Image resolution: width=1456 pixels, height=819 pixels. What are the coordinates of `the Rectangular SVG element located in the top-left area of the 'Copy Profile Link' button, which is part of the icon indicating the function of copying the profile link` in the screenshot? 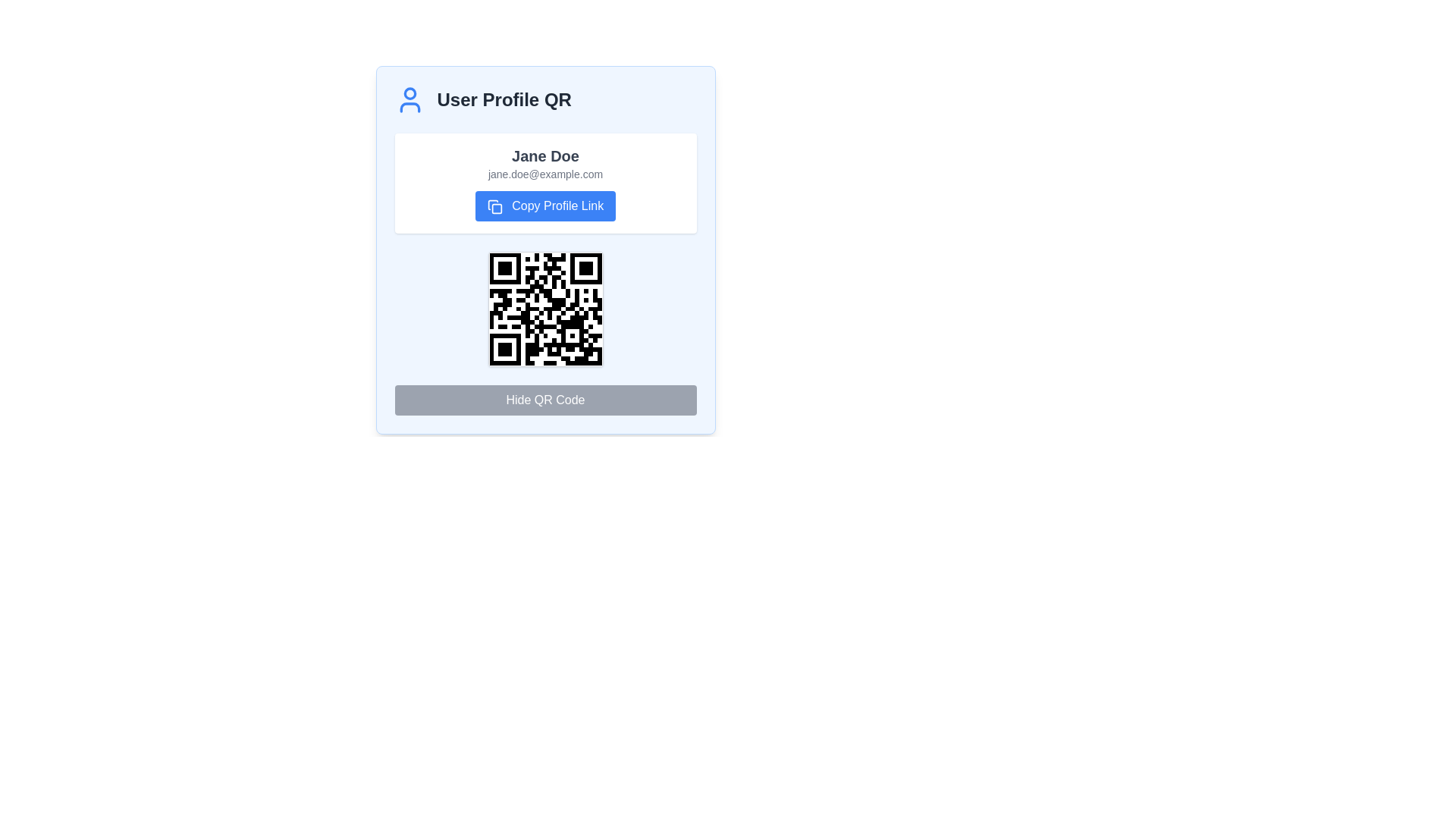 It's located at (497, 209).